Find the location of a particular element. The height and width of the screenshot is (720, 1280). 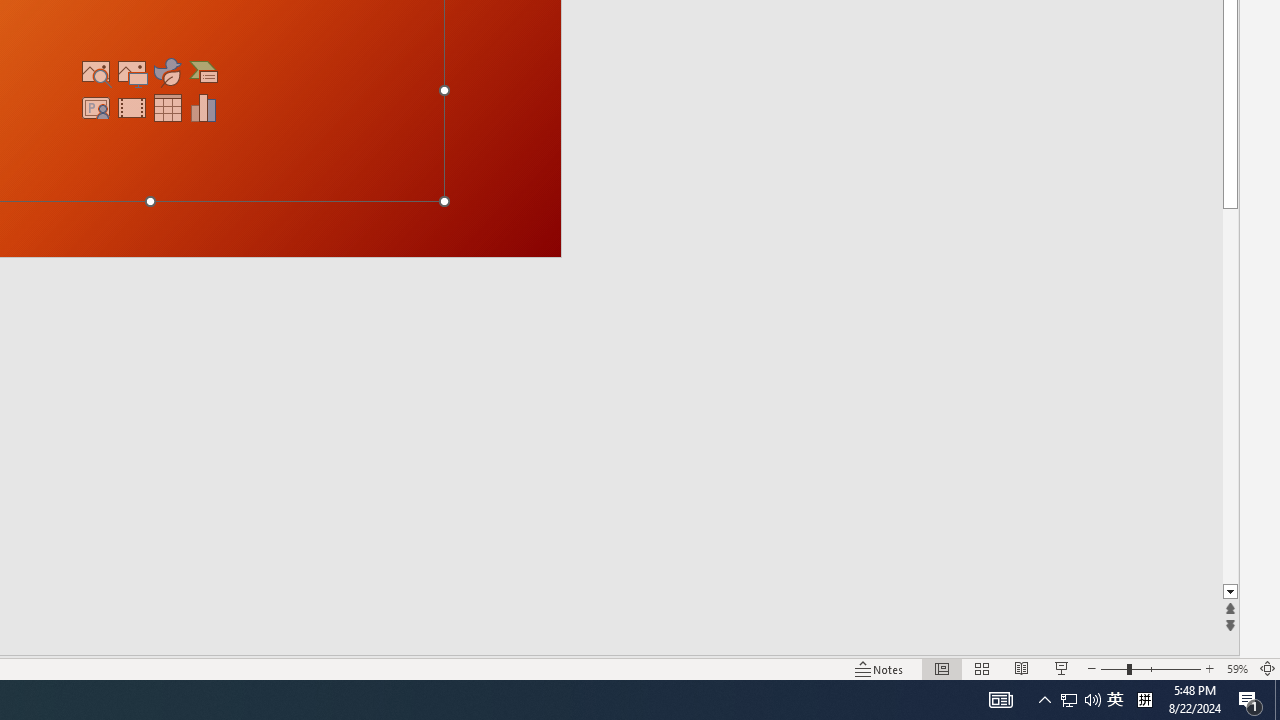

'Insert an Icon' is located at coordinates (168, 71).